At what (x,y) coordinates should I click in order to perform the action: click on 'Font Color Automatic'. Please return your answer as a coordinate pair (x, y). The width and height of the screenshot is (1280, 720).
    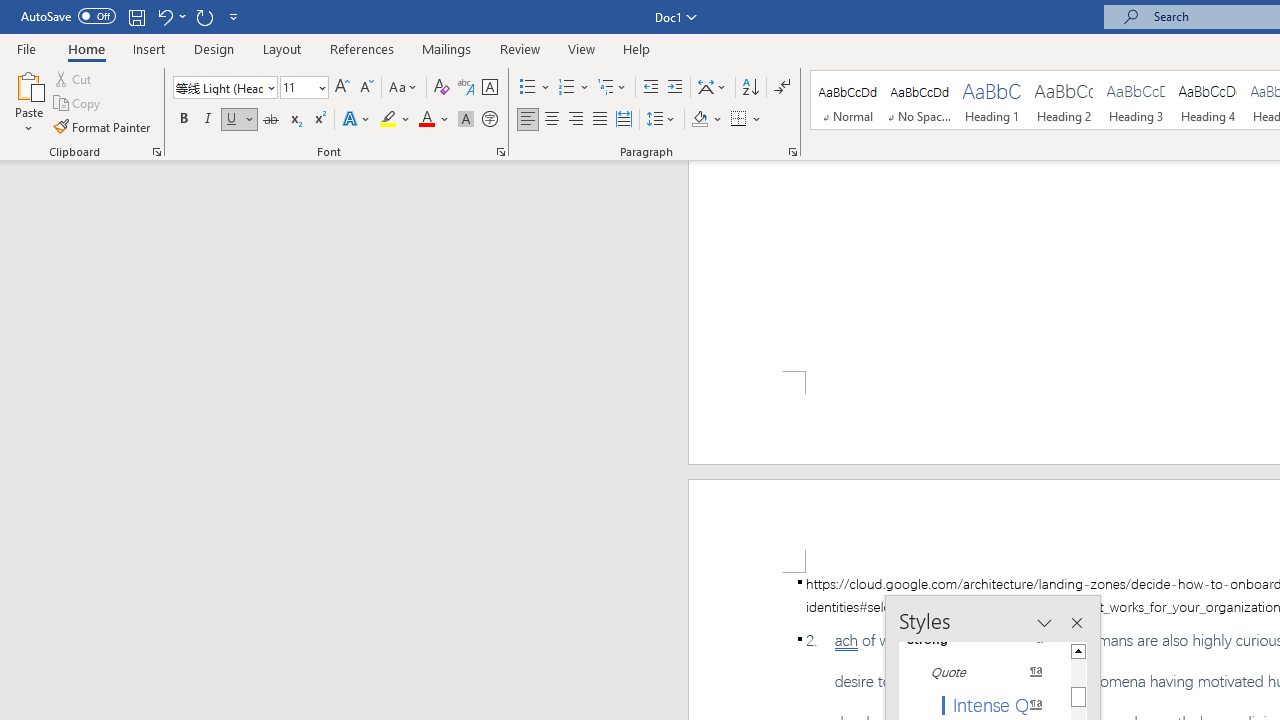
    Looking at the image, I should click on (425, 119).